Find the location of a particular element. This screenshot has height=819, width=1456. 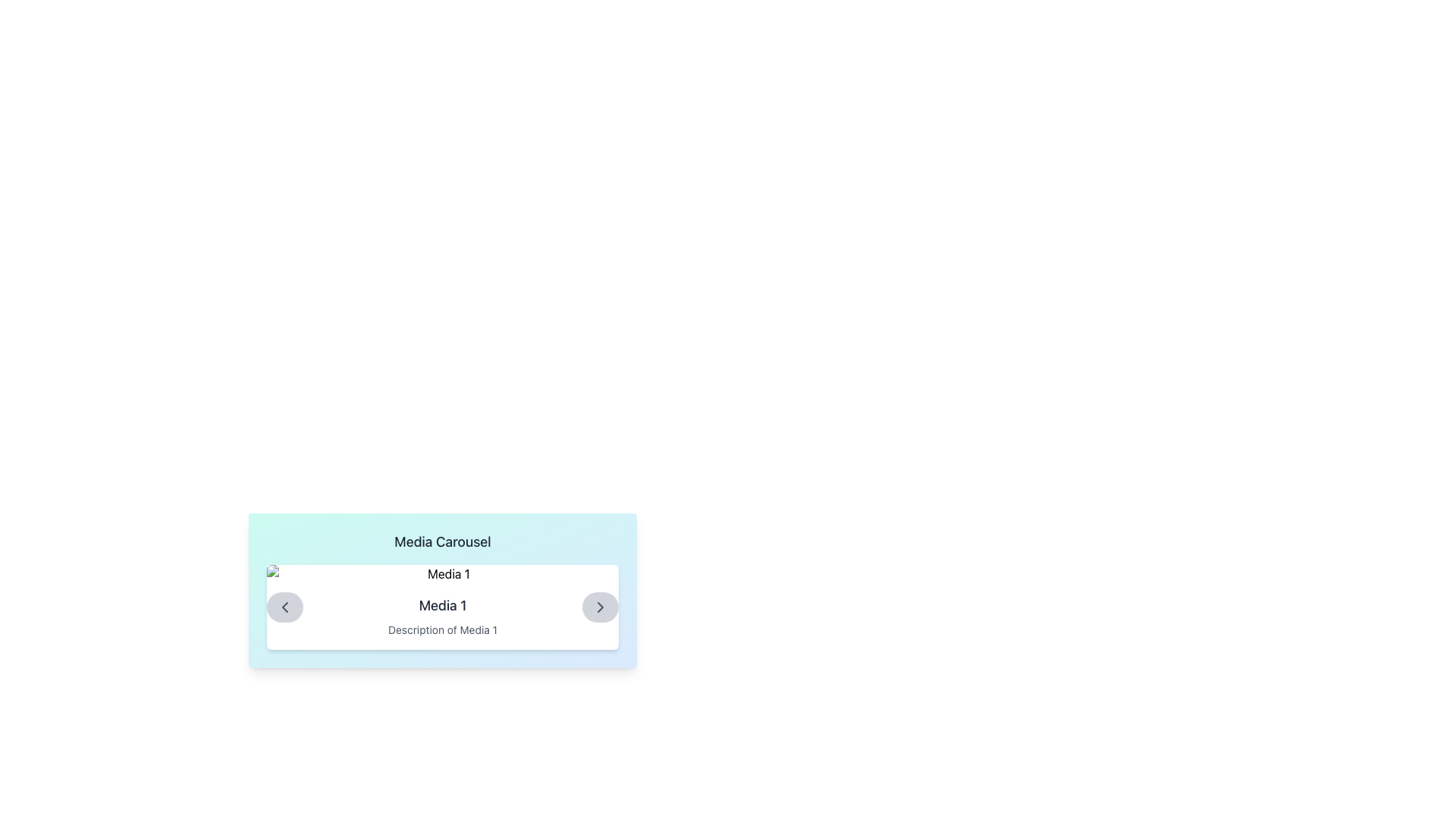

the static Text Label providing information about 'Media 1', located below the 'Media 1' title in the media carousel interface is located at coordinates (442, 629).